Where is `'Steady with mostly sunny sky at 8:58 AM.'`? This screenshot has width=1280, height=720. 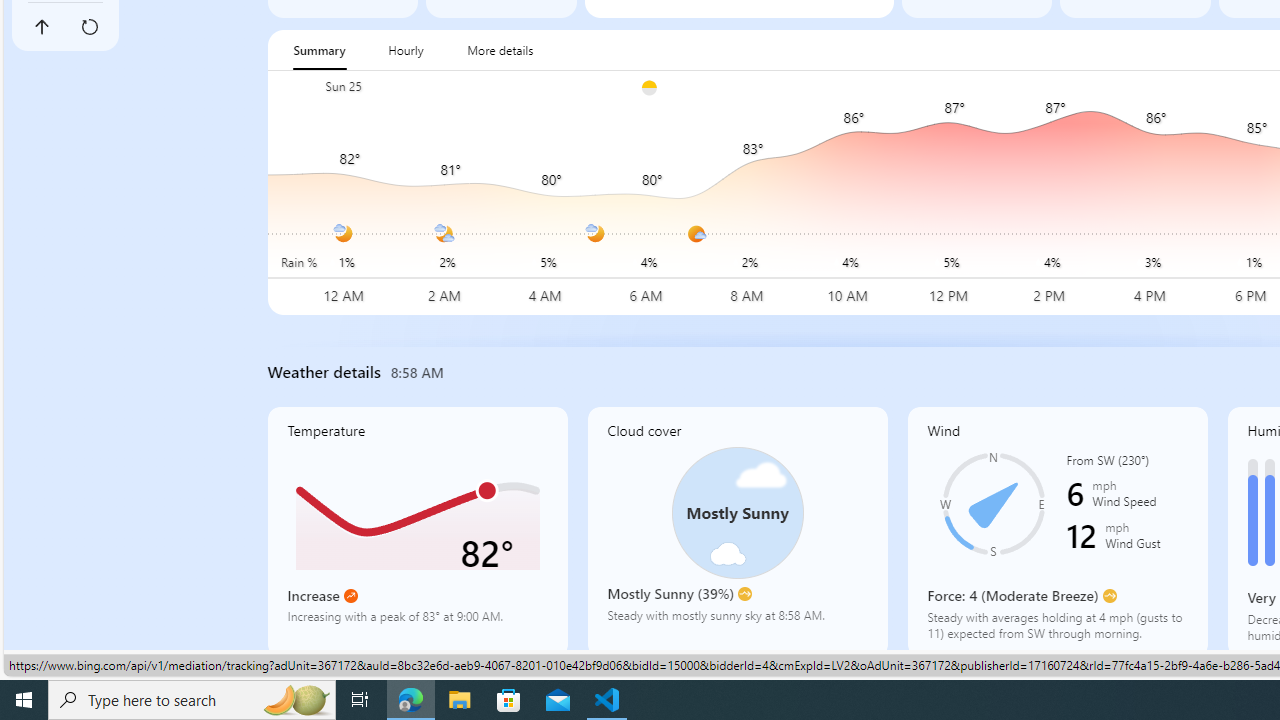 'Steady with mostly sunny sky at 8:58 AM.' is located at coordinates (736, 622).